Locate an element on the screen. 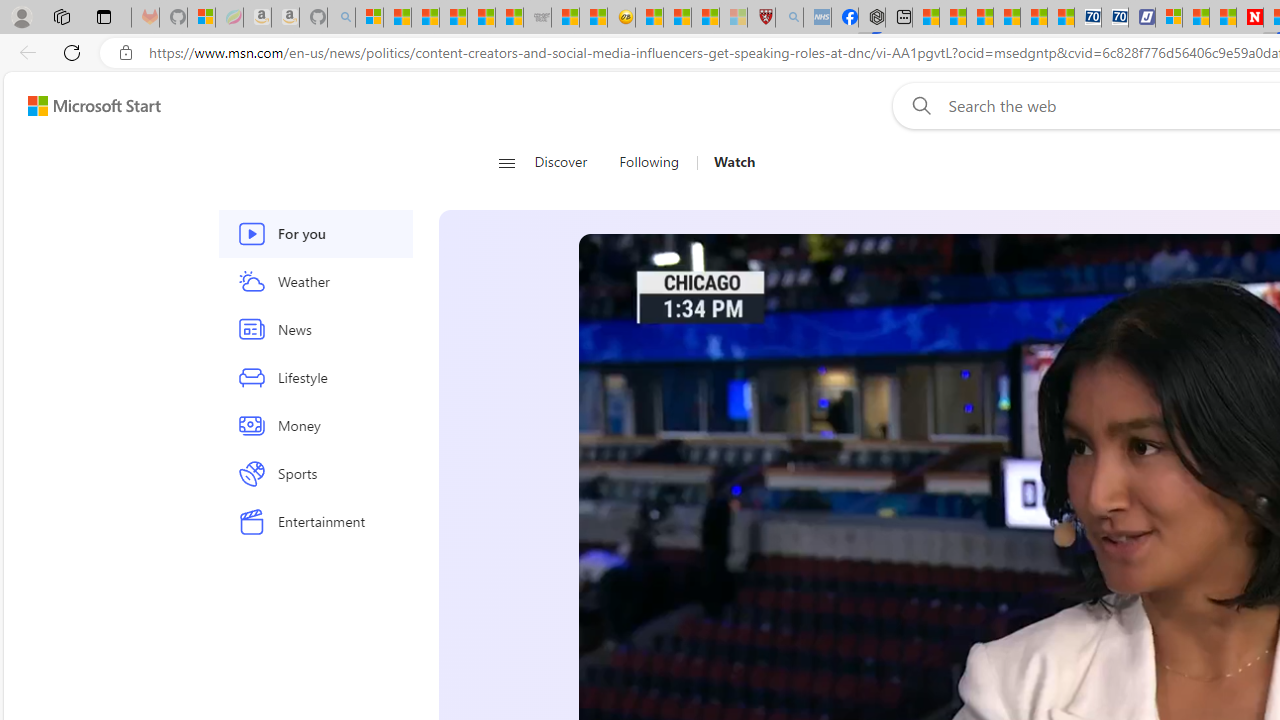  'Watch' is located at coordinates (726, 162).